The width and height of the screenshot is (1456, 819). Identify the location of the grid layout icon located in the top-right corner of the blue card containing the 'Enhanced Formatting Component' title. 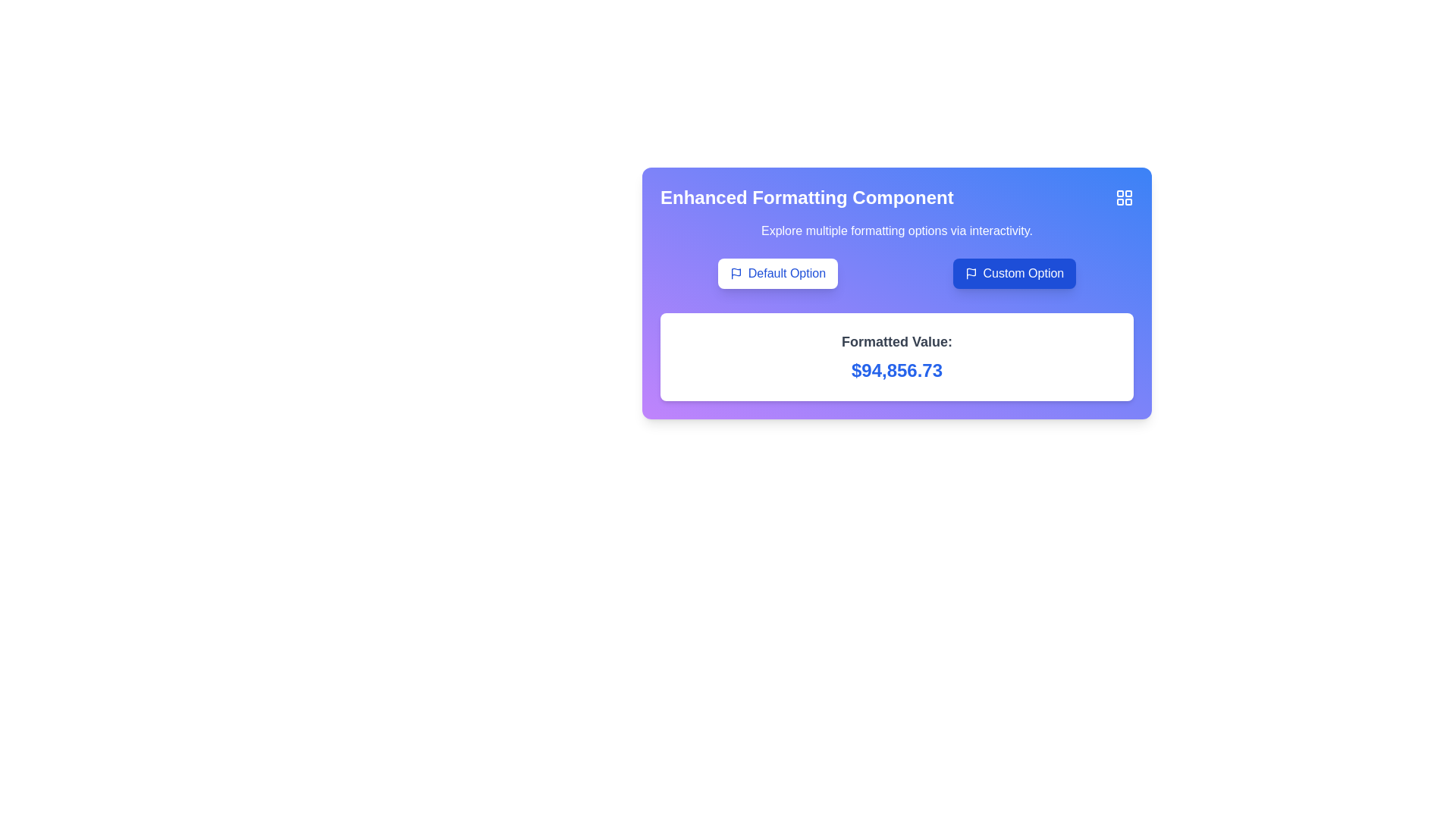
(1125, 197).